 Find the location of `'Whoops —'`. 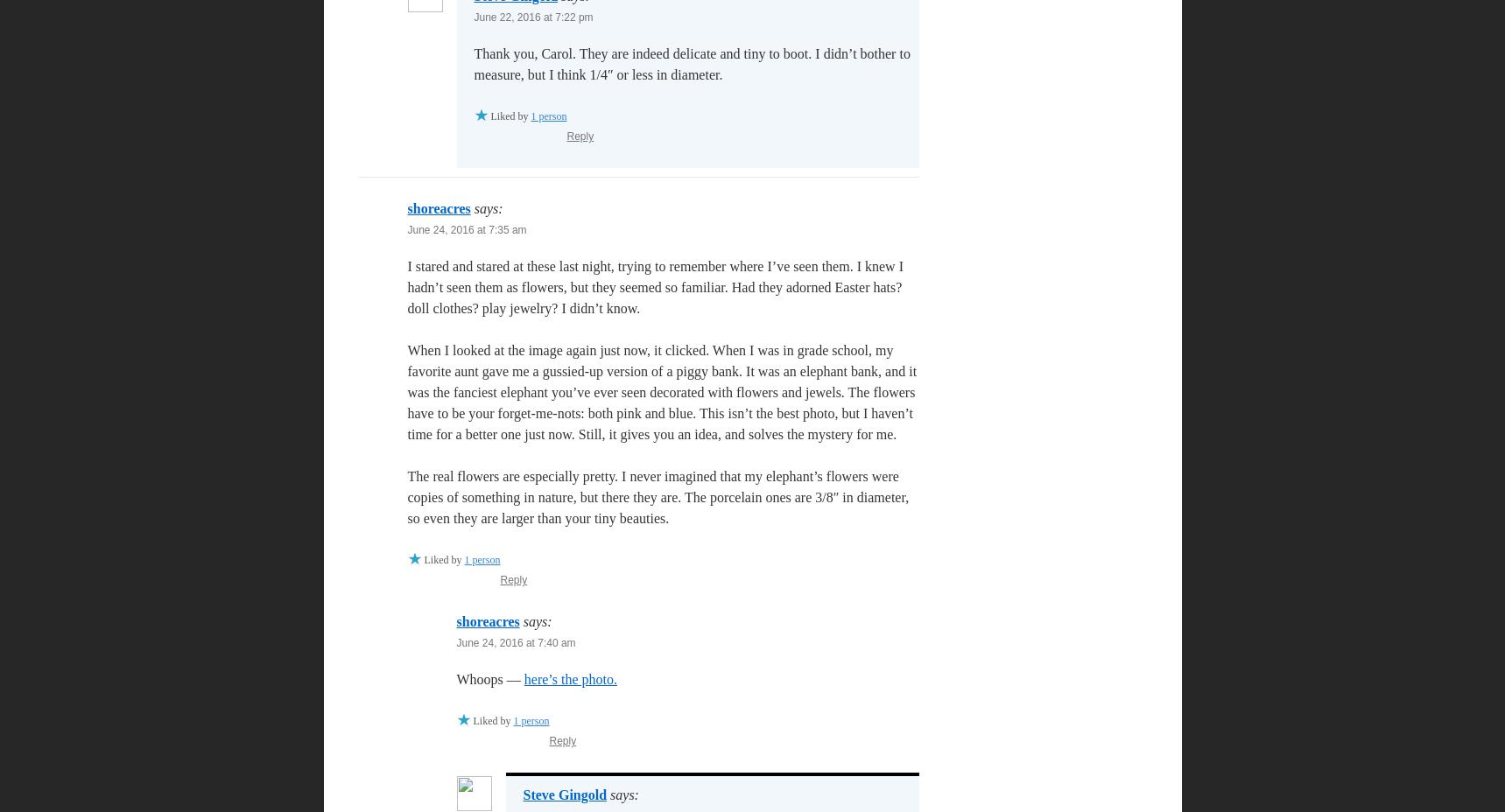

'Whoops —' is located at coordinates (489, 678).